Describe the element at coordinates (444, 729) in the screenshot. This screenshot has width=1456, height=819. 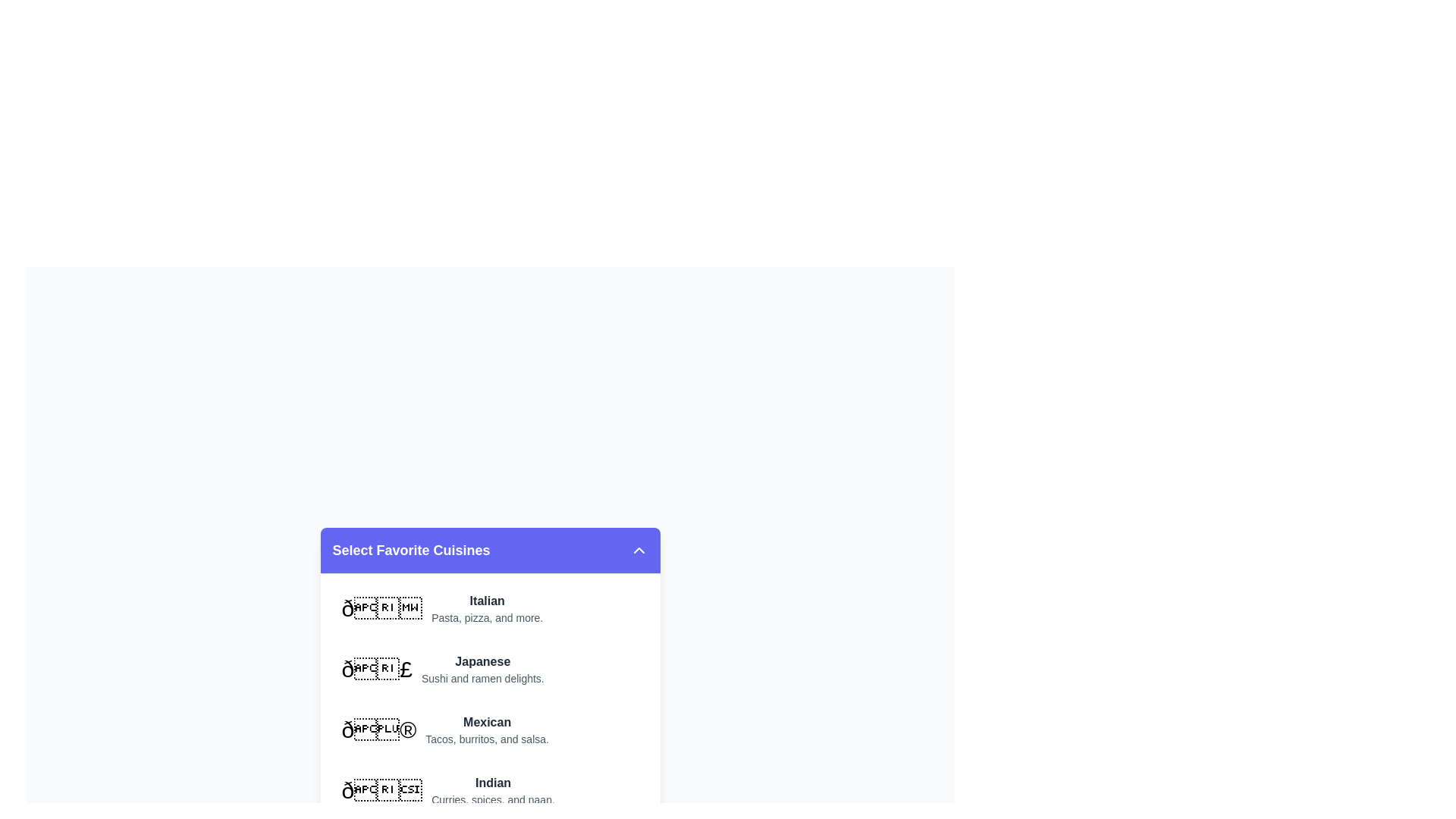
I see `the 'Mexican' cuisine category label in the dropdown menu 'Select Favorite Cuisines'` at that location.